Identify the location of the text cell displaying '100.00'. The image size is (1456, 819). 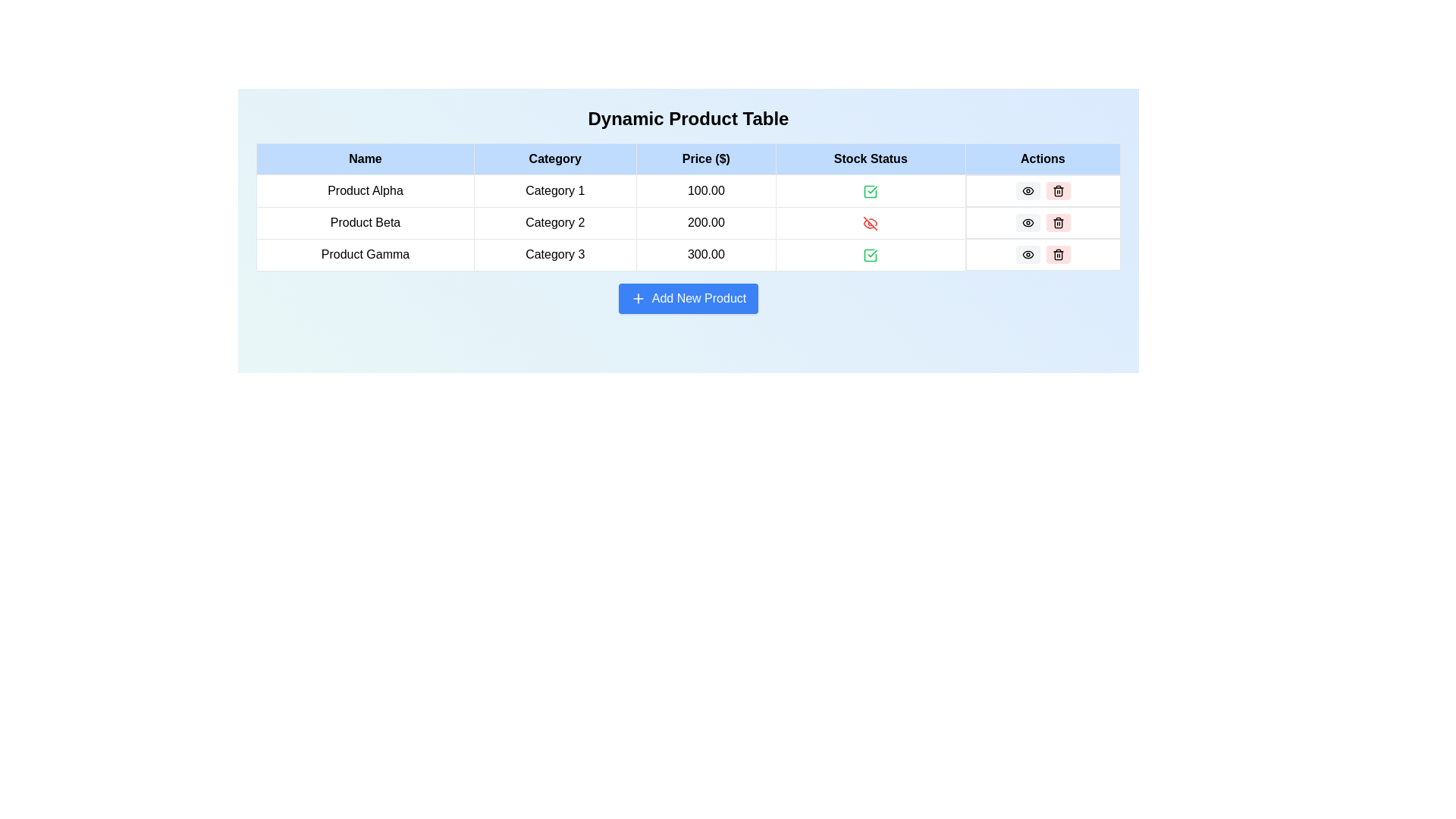
(705, 190).